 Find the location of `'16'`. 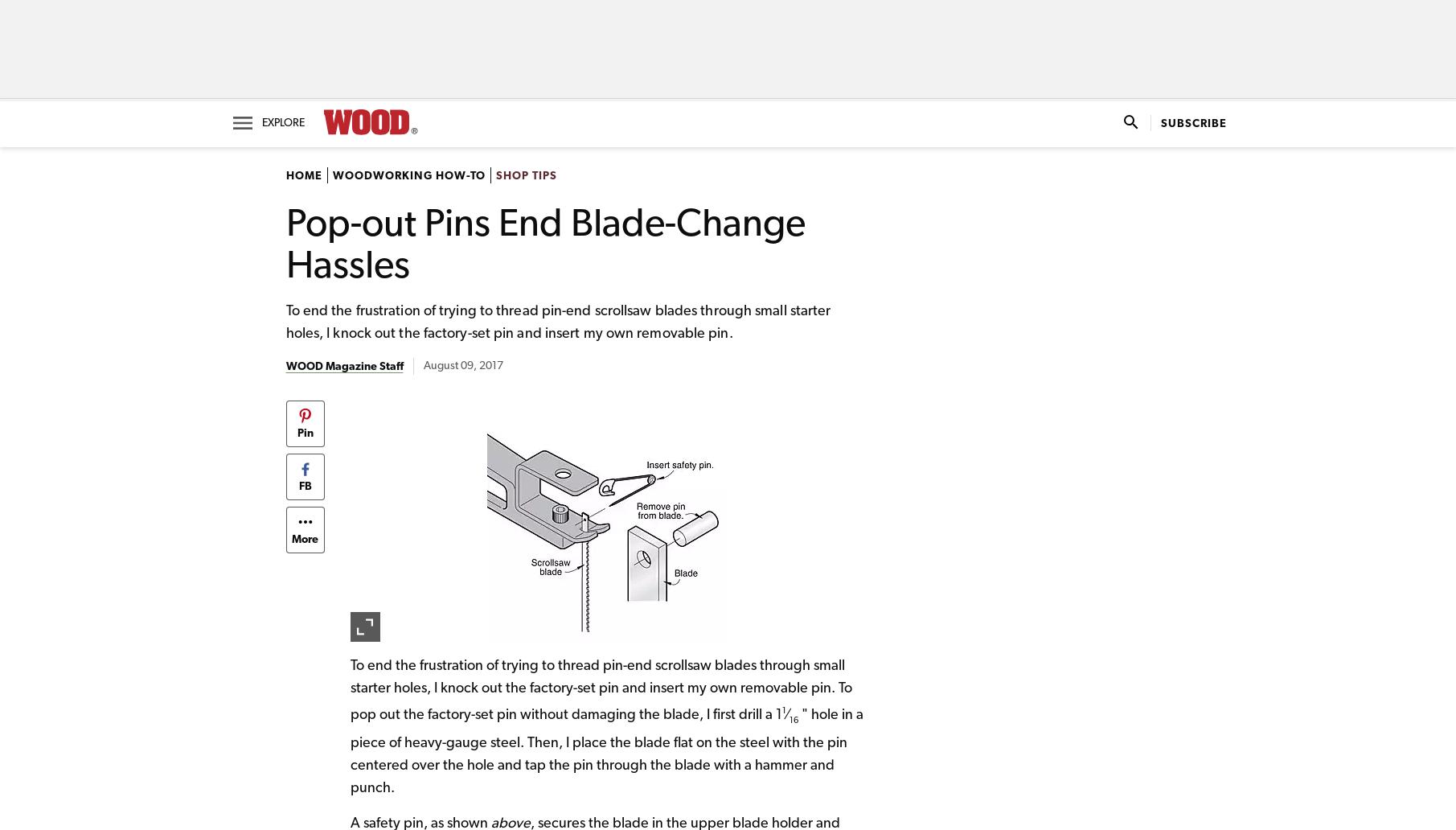

'16' is located at coordinates (788, 719).